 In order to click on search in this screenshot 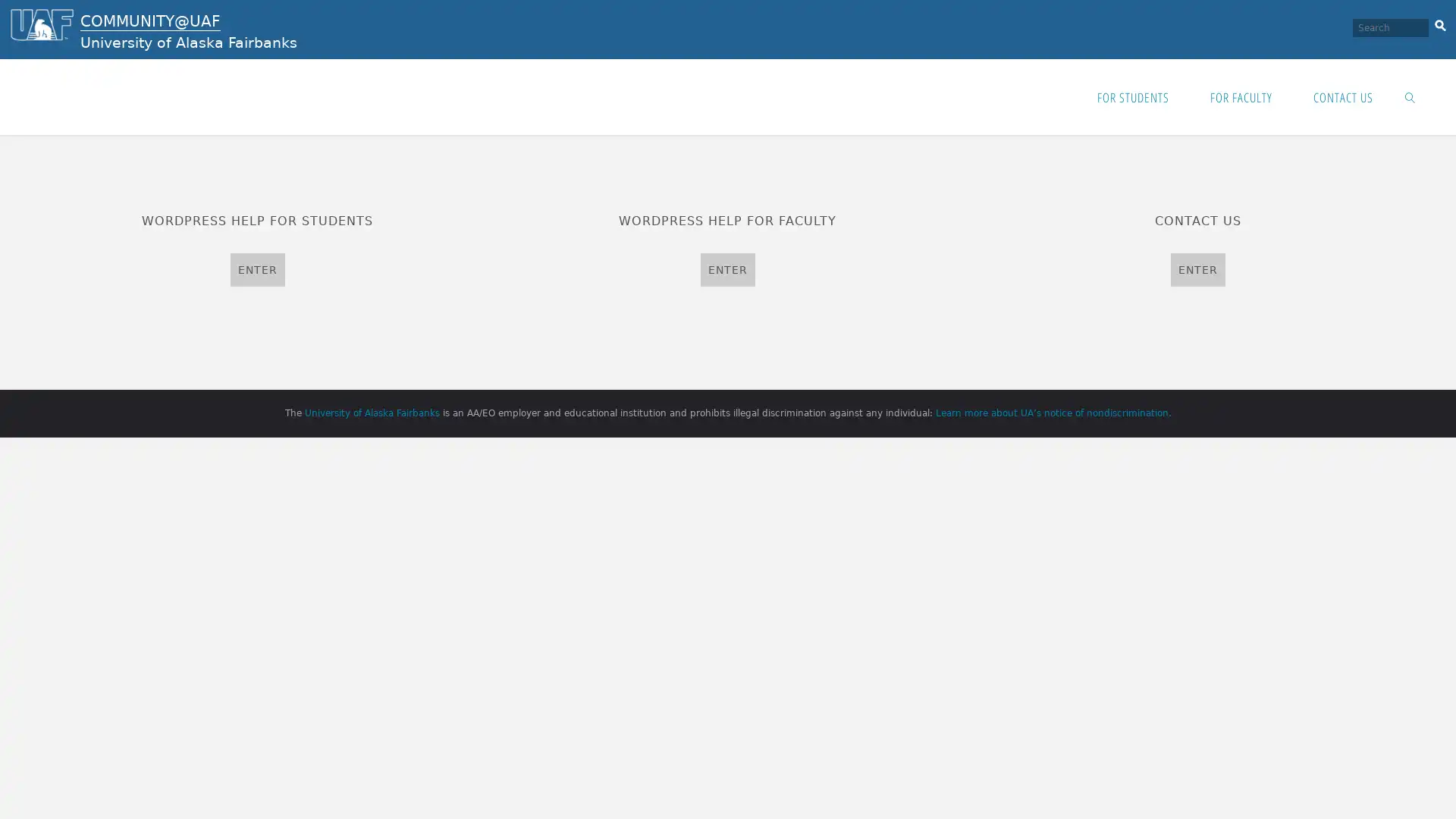, I will do `click(1439, 23)`.